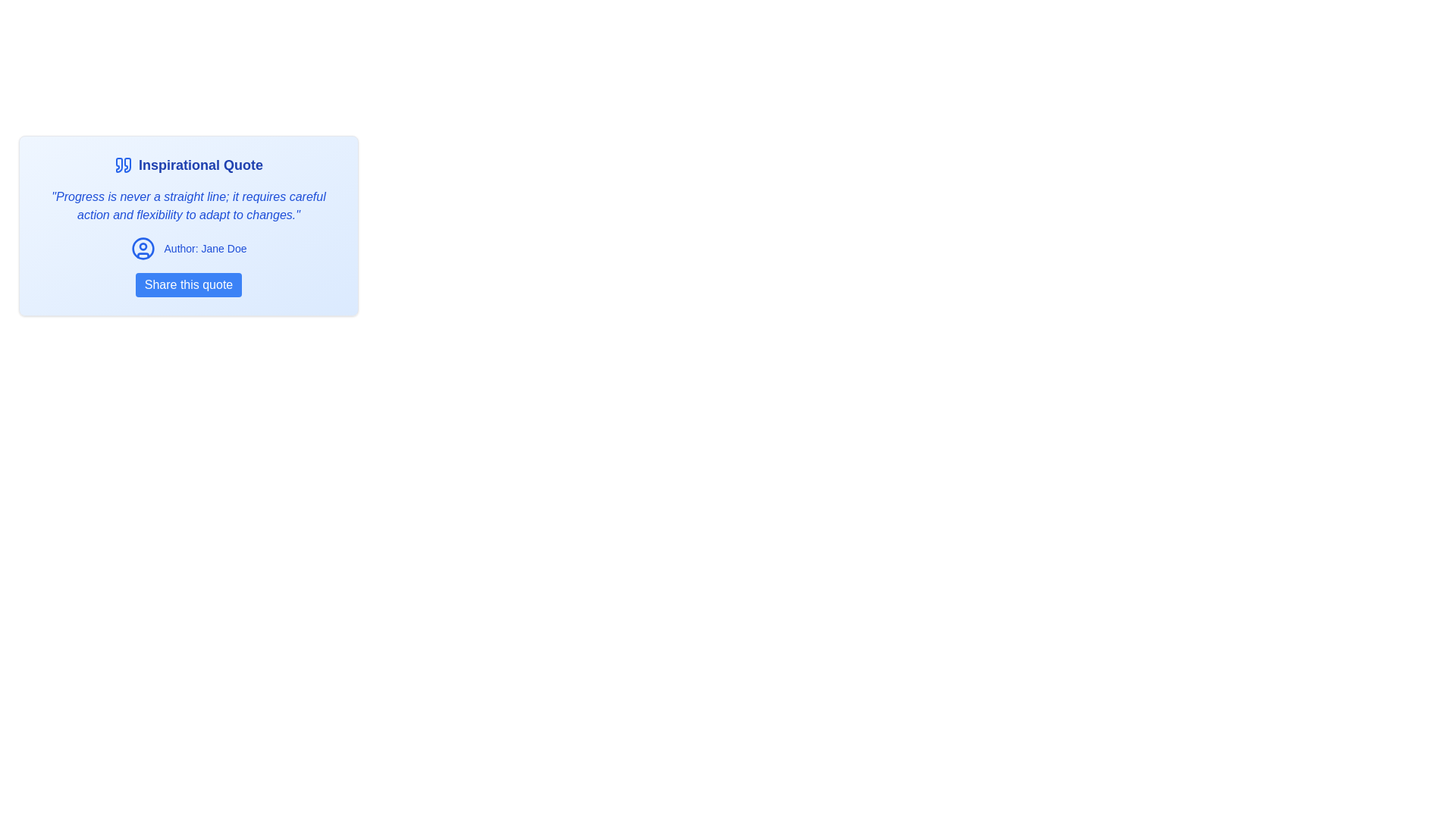 The image size is (1456, 819). I want to click on the decorative icon located to the left of the 'Inspirational Quote' title, which enhances the thematic context of the content, so click(124, 165).